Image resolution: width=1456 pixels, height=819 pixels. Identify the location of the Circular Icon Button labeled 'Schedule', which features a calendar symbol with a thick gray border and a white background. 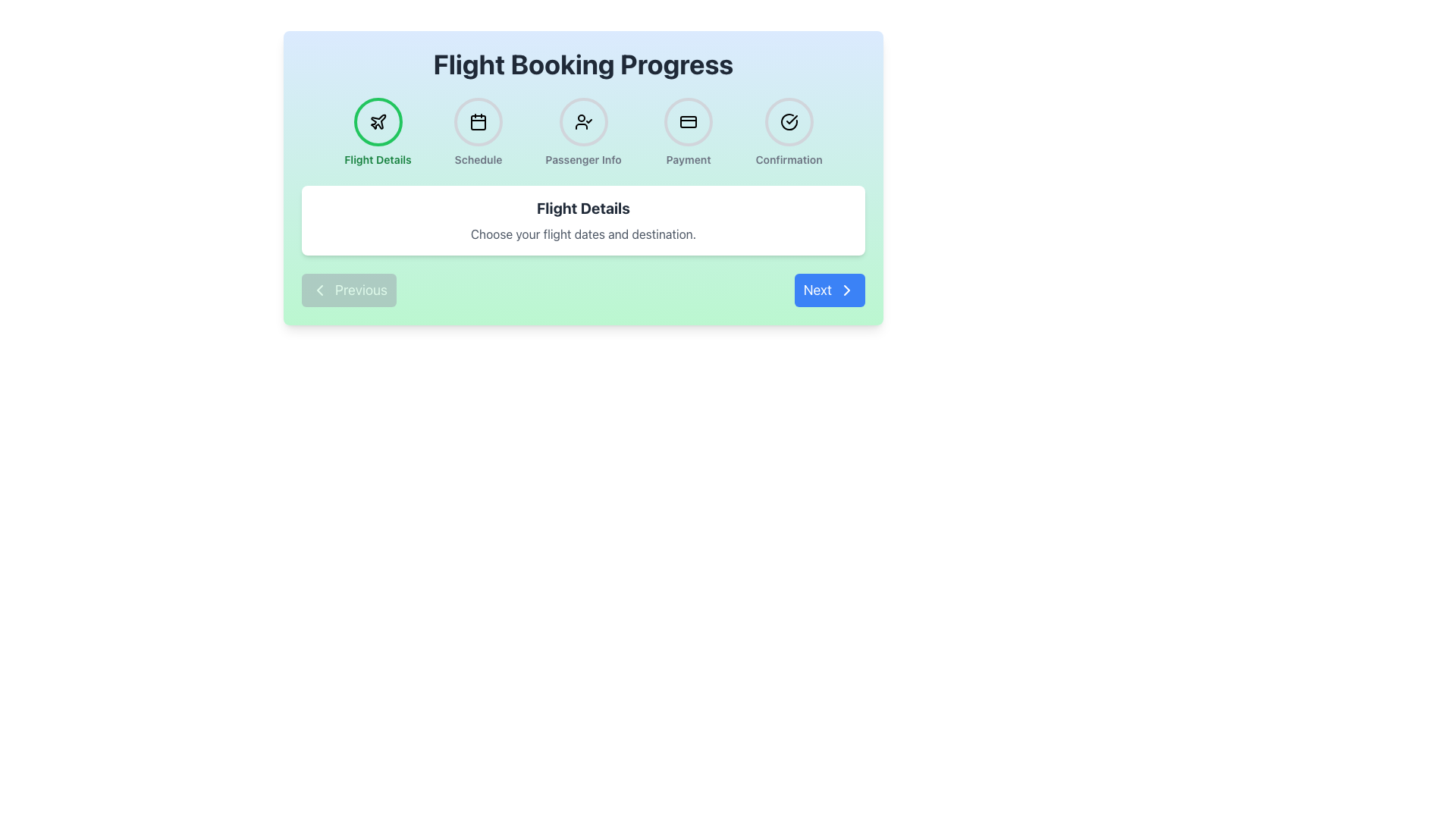
(478, 121).